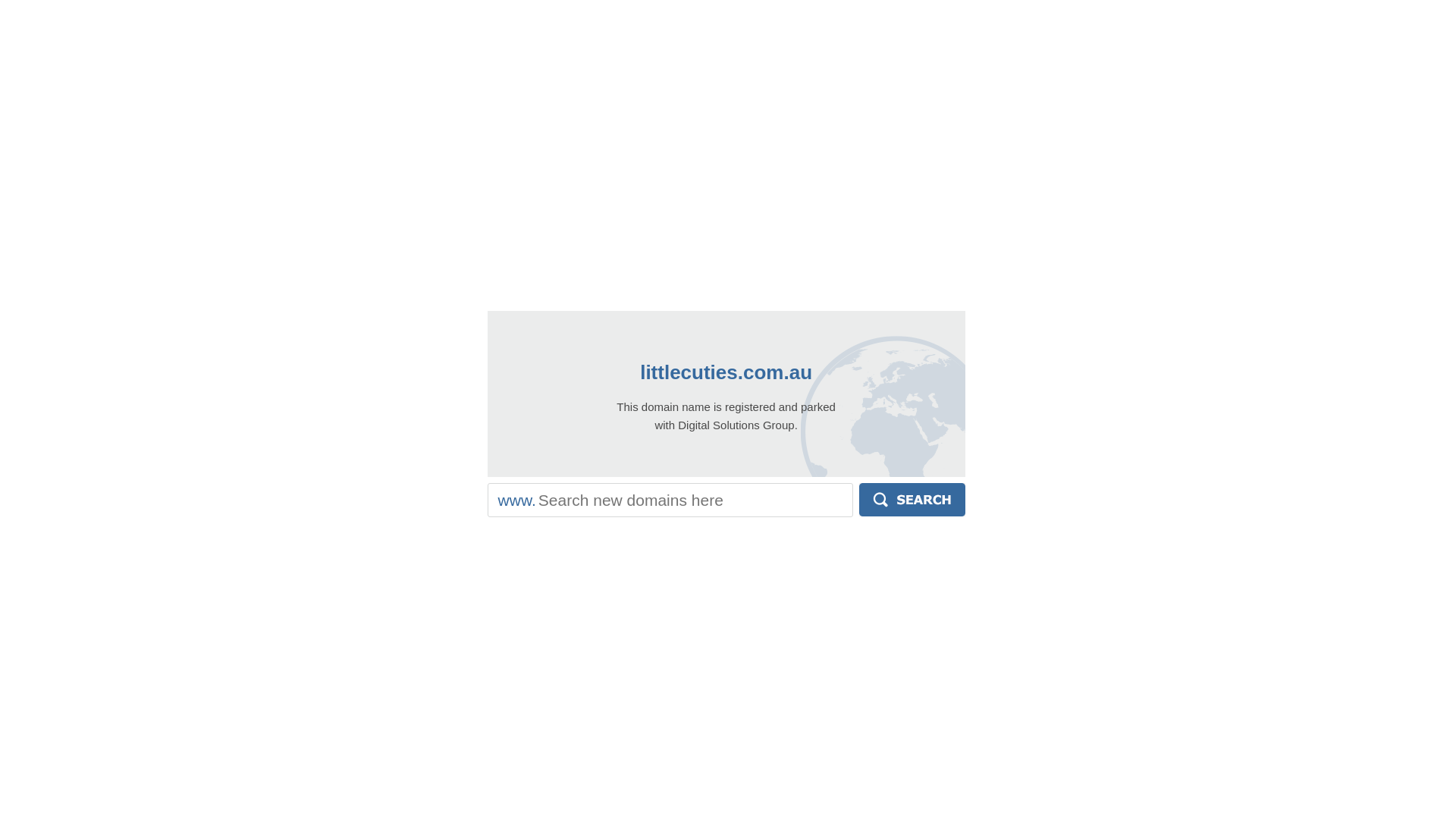  Describe the element at coordinates (912, 500) in the screenshot. I see `'Search'` at that location.